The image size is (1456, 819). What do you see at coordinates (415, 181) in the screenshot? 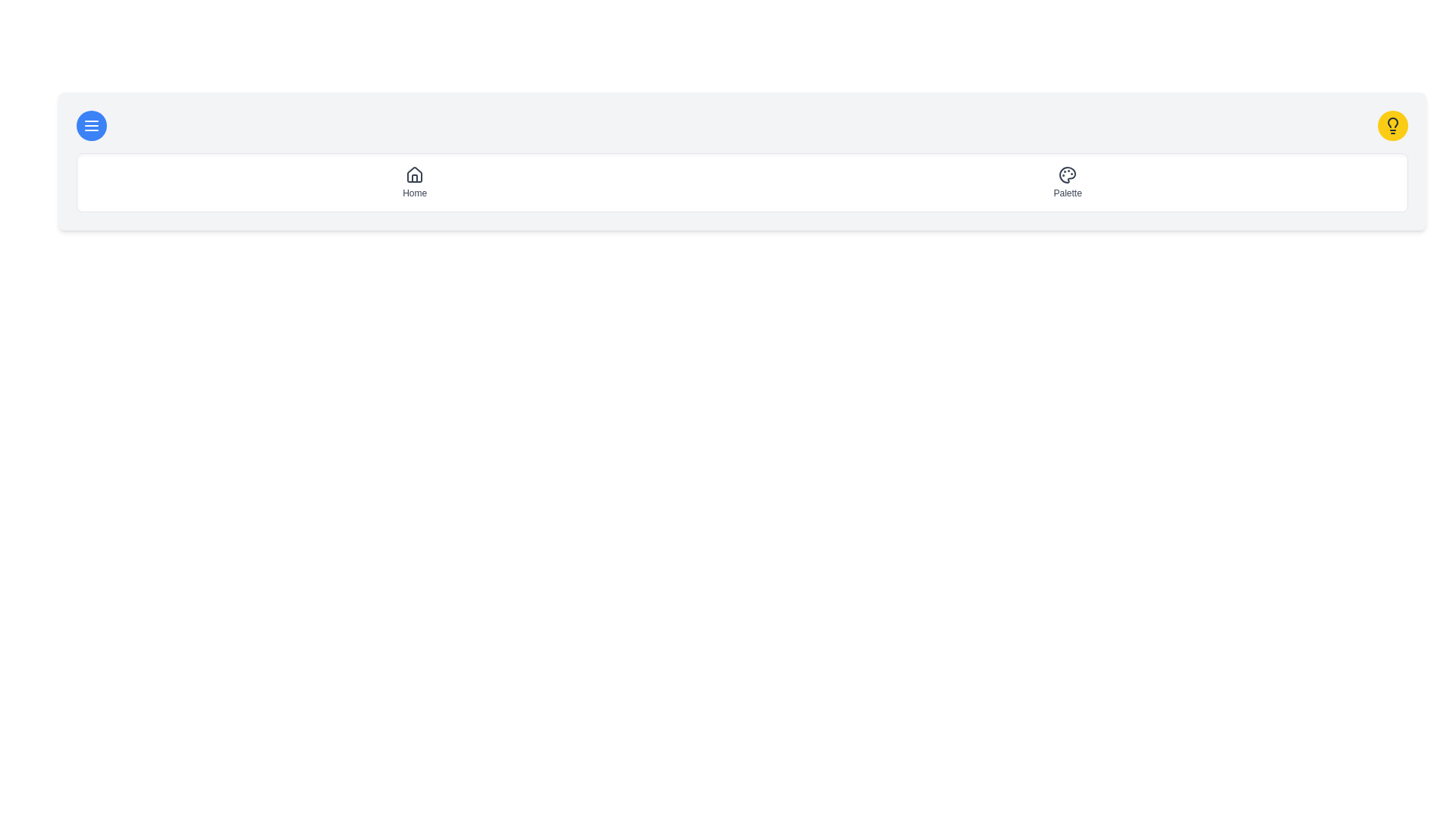
I see `the interactive button with an icon and text` at bounding box center [415, 181].